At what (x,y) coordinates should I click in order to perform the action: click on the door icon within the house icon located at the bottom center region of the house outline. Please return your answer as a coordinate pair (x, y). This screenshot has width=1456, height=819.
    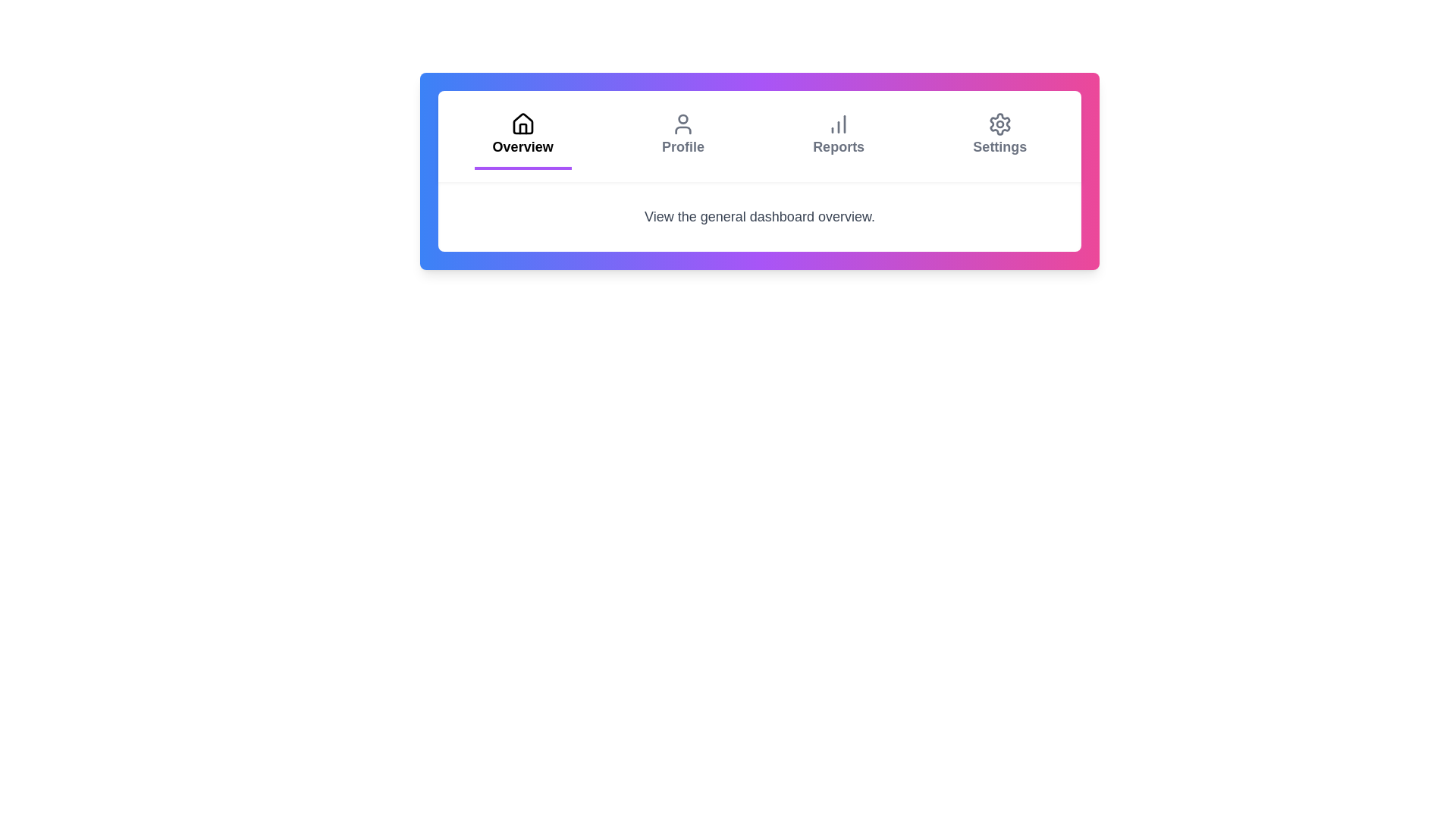
    Looking at the image, I should click on (522, 127).